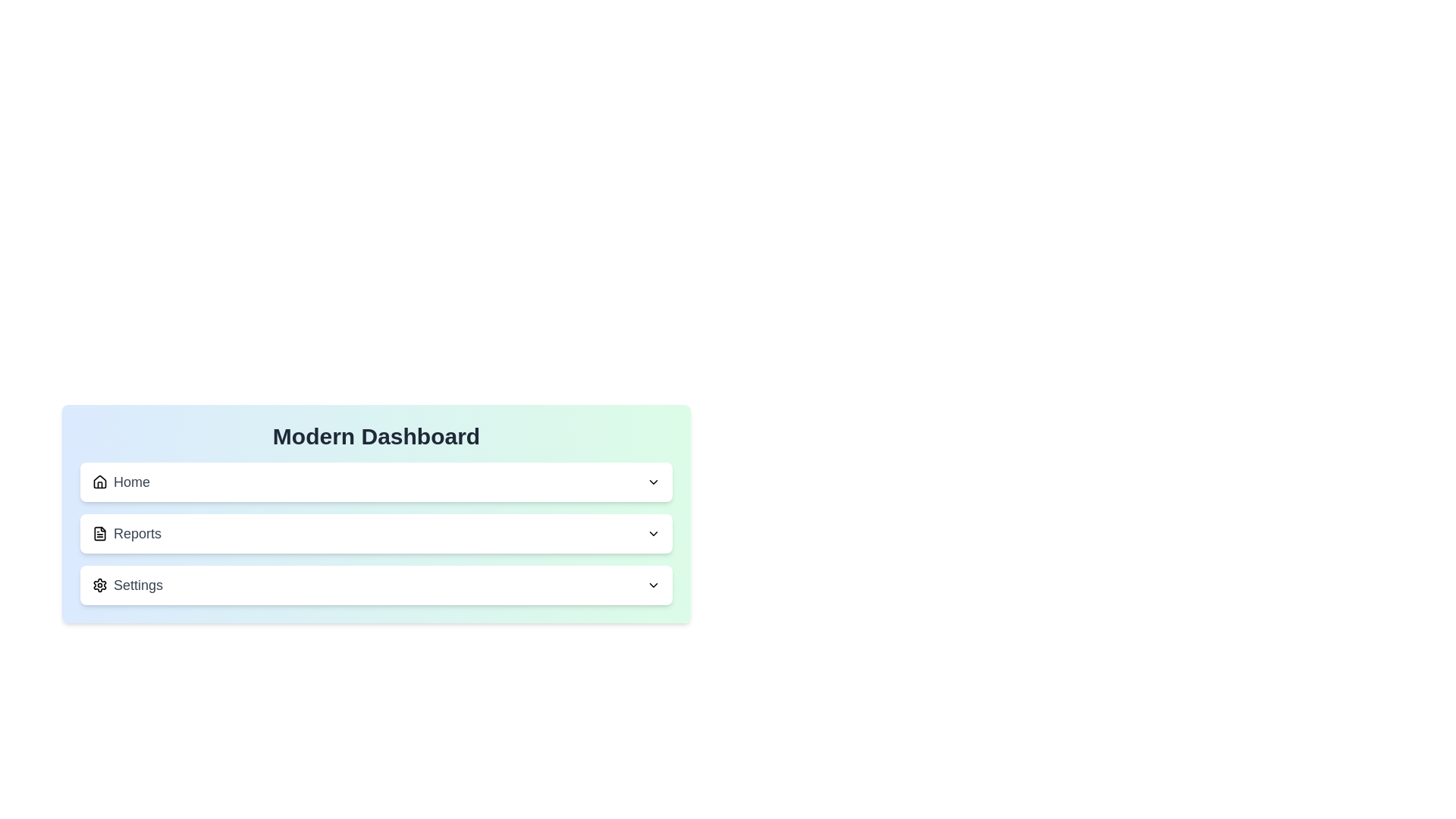 This screenshot has width=1456, height=819. I want to click on the 'Reports' navigational menu option to trigger tooltip or highlight effects, so click(376, 533).